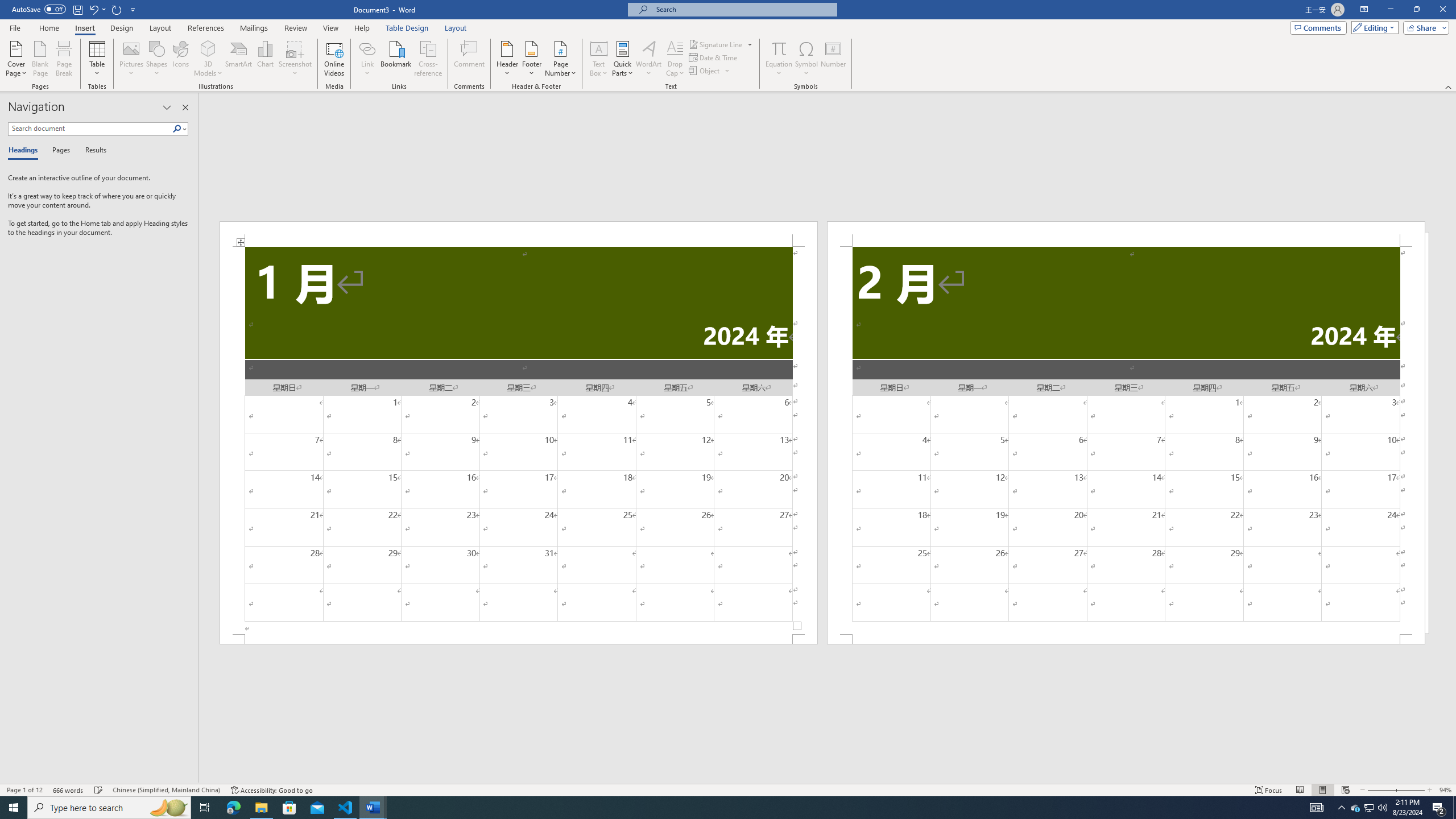  Describe the element at coordinates (59, 150) in the screenshot. I see `'Pages'` at that location.